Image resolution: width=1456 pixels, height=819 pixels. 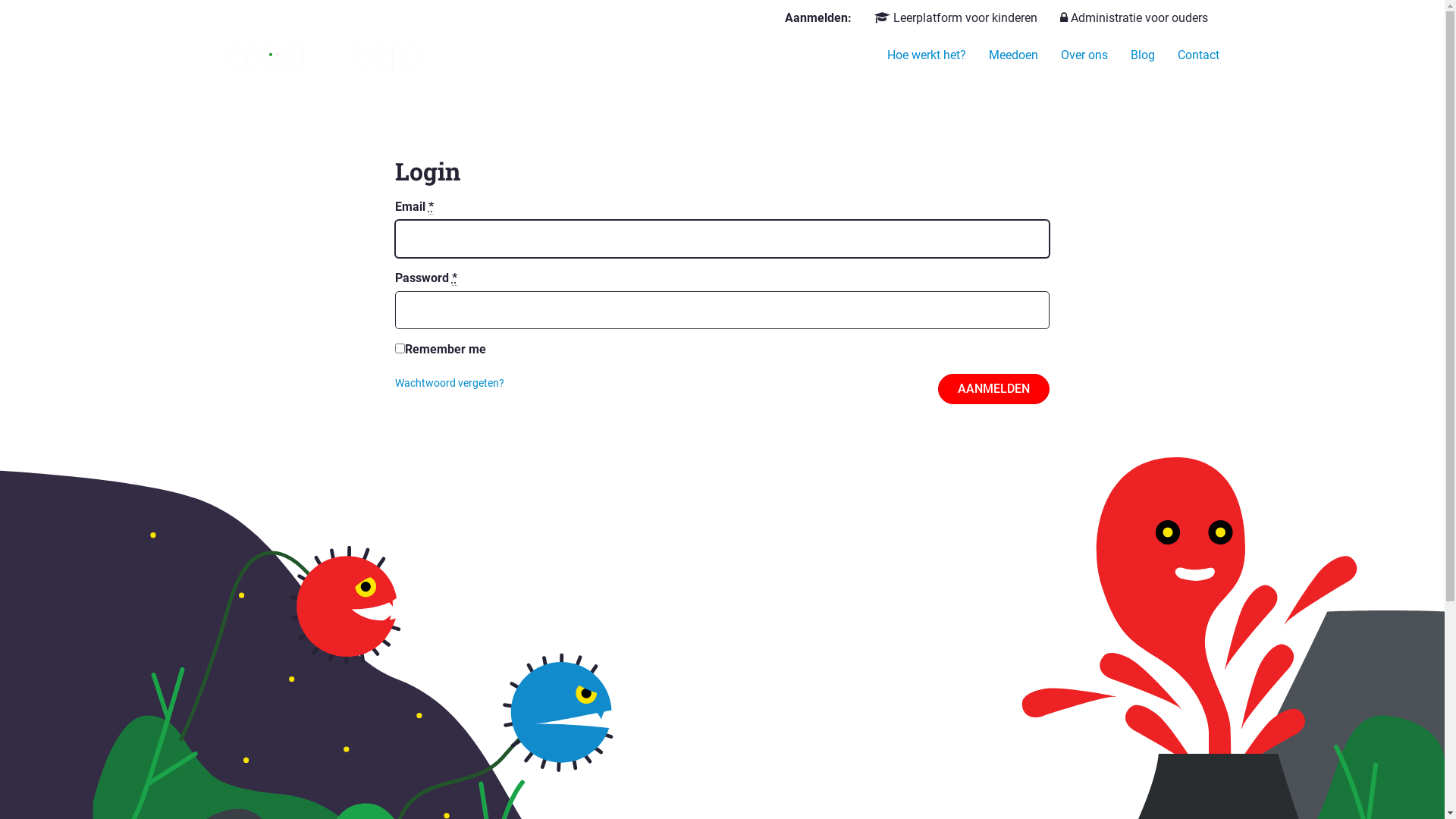 I want to click on 'Over ons', so click(x=1084, y=55).